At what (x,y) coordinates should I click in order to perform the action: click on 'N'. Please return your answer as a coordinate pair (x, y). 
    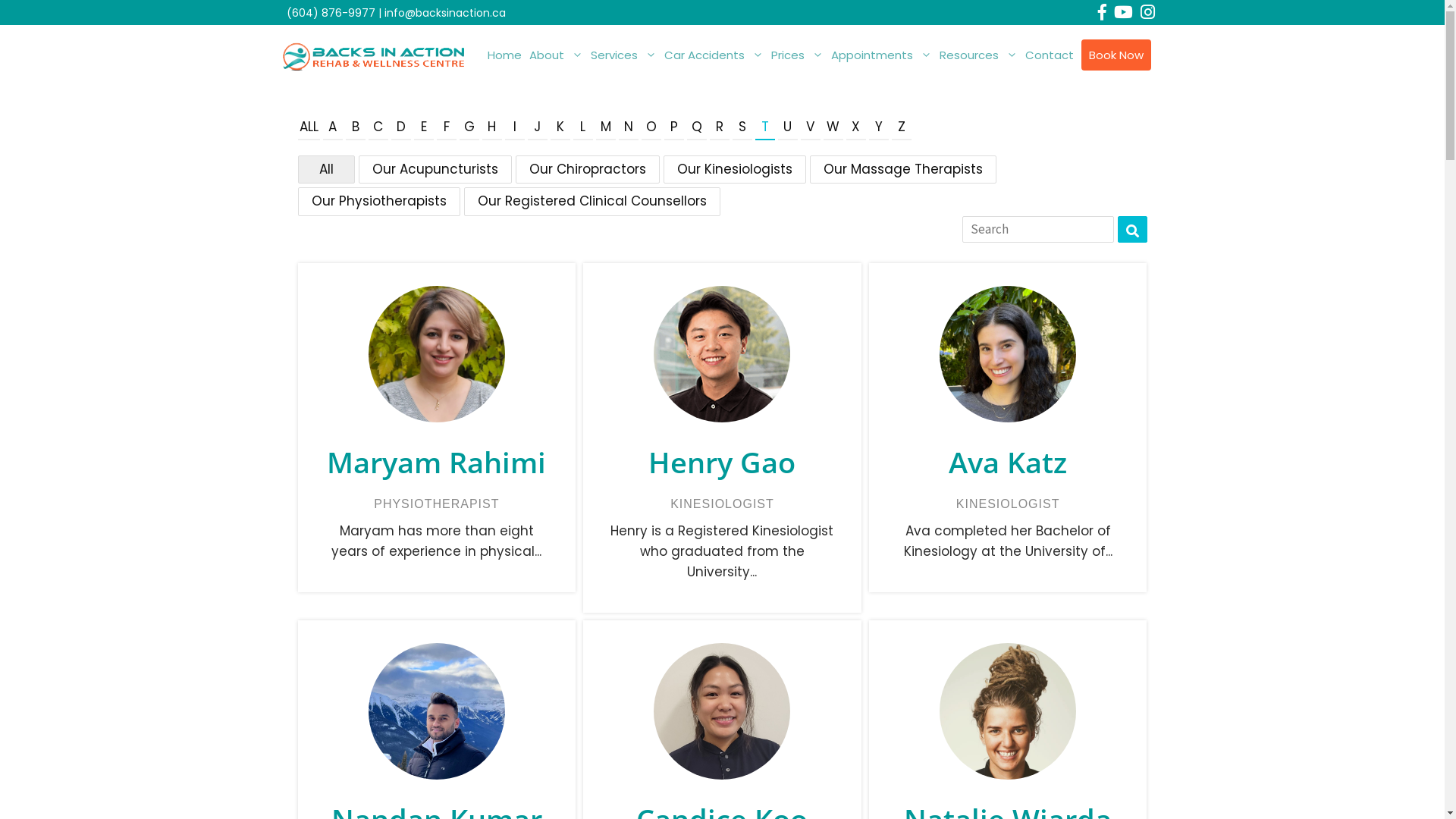
    Looking at the image, I should click on (629, 127).